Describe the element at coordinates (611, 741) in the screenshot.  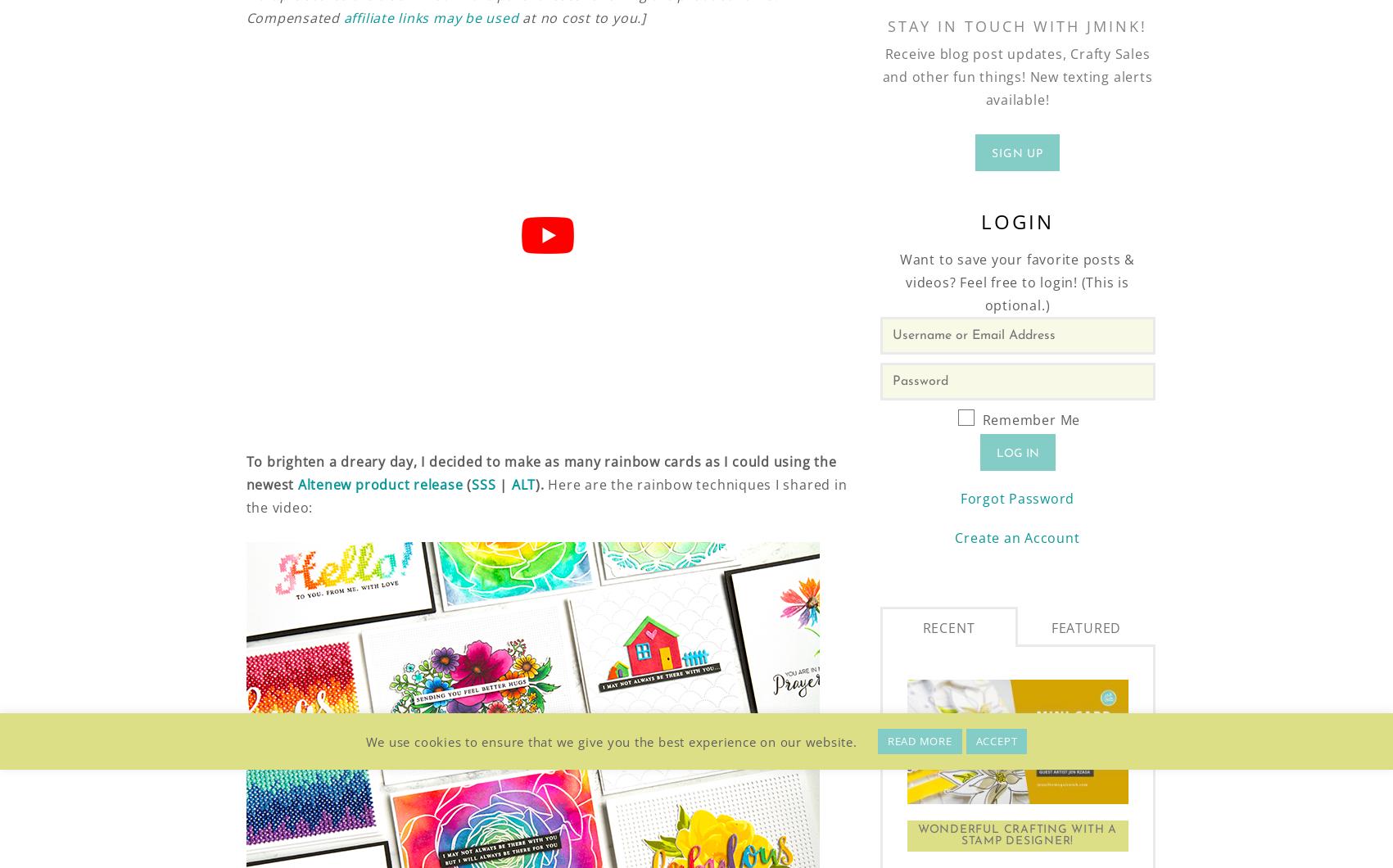
I see `'We use cookies to ensure that we give you the best experience on our website.'` at that location.